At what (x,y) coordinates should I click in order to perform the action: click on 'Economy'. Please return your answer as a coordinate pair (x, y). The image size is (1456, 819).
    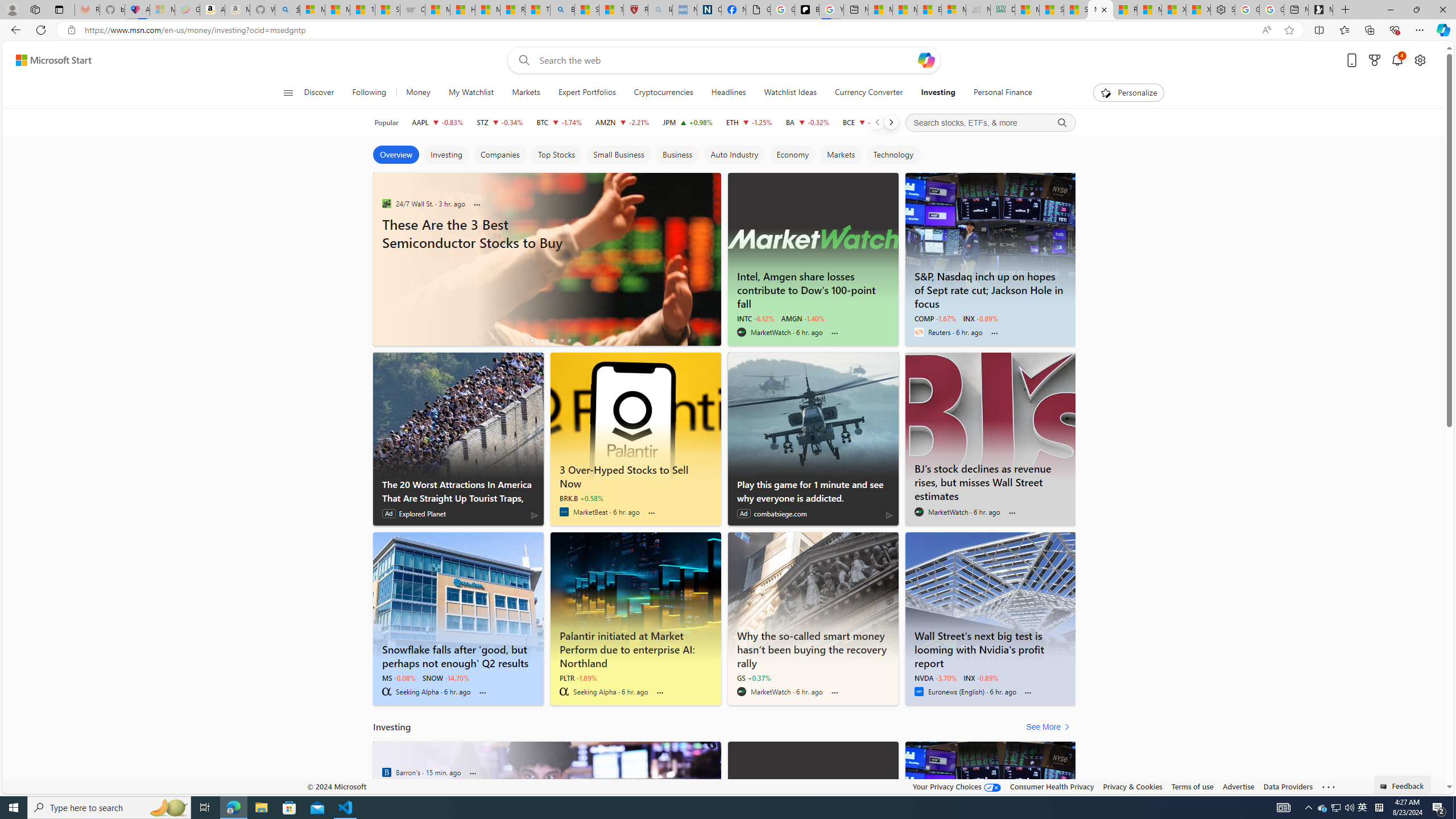
    Looking at the image, I should click on (791, 154).